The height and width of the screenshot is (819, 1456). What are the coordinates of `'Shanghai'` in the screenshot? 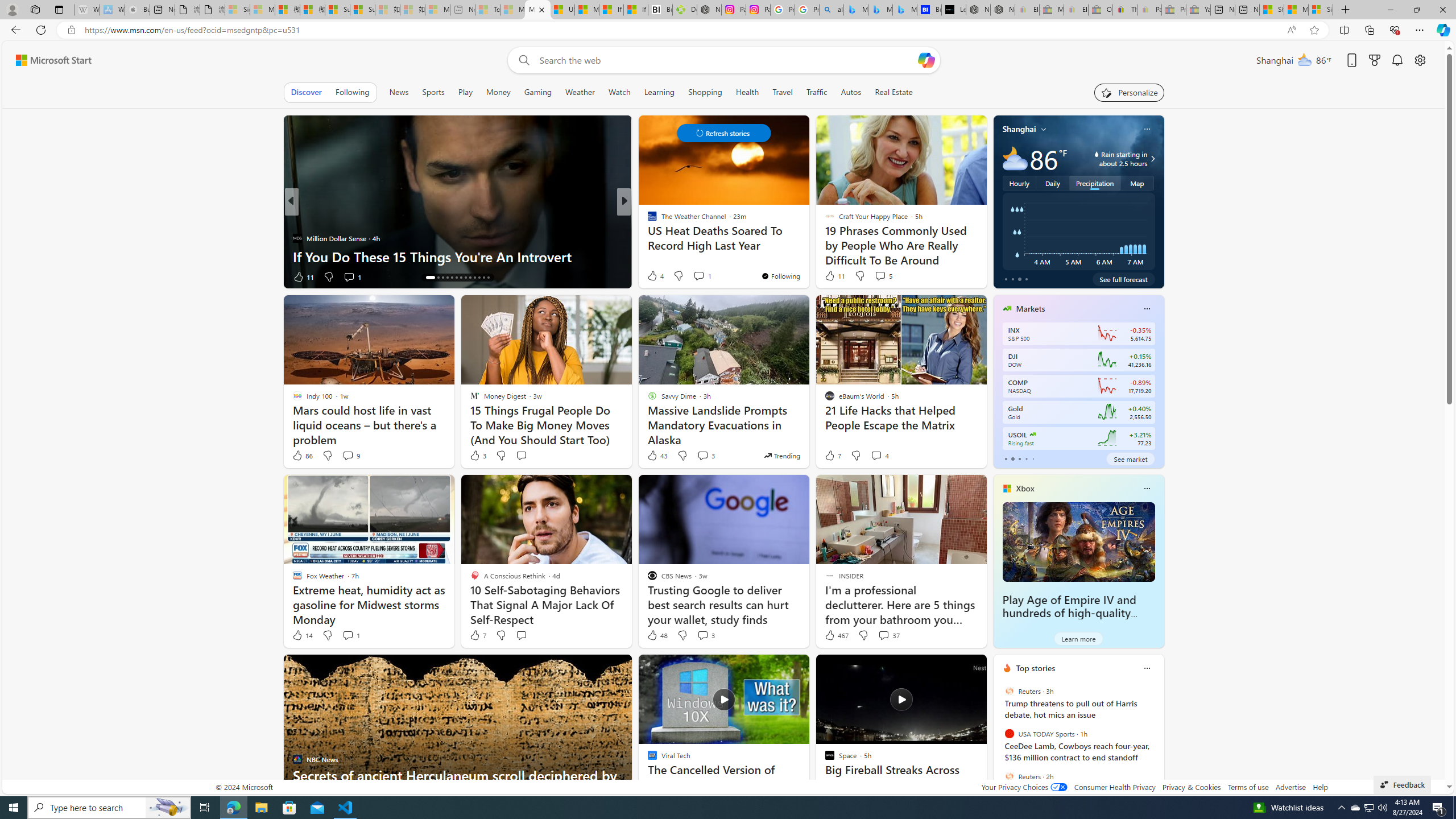 It's located at (1019, 128).